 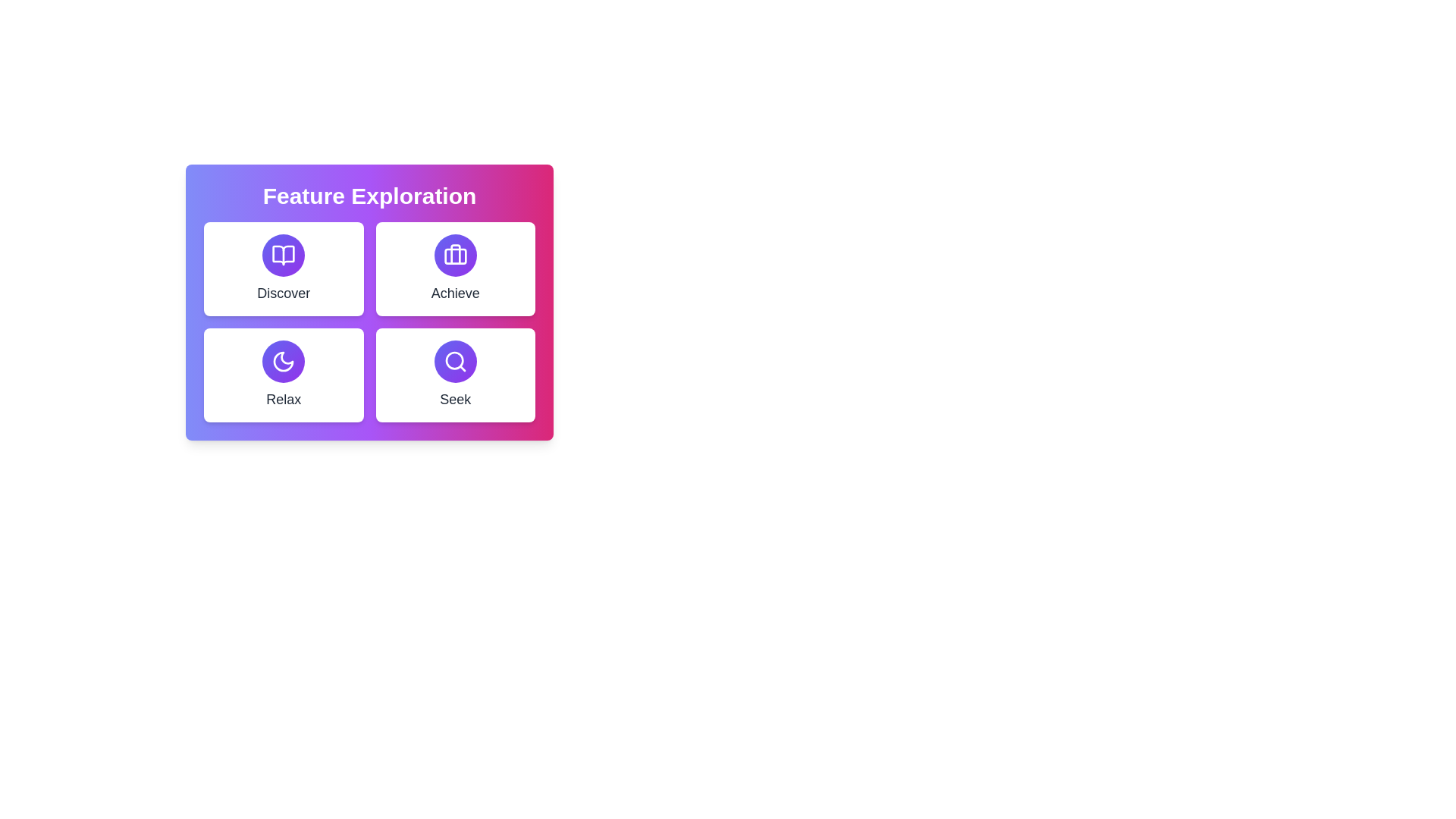 What do you see at coordinates (454, 254) in the screenshot?
I see `the circular icon with a gradient background transitioning from indigo to purple, featuring a white briefcase symbol in line art style, located in the top-right quadrant of the 'Achieve' section under the 'Feature Exploration' header` at bounding box center [454, 254].